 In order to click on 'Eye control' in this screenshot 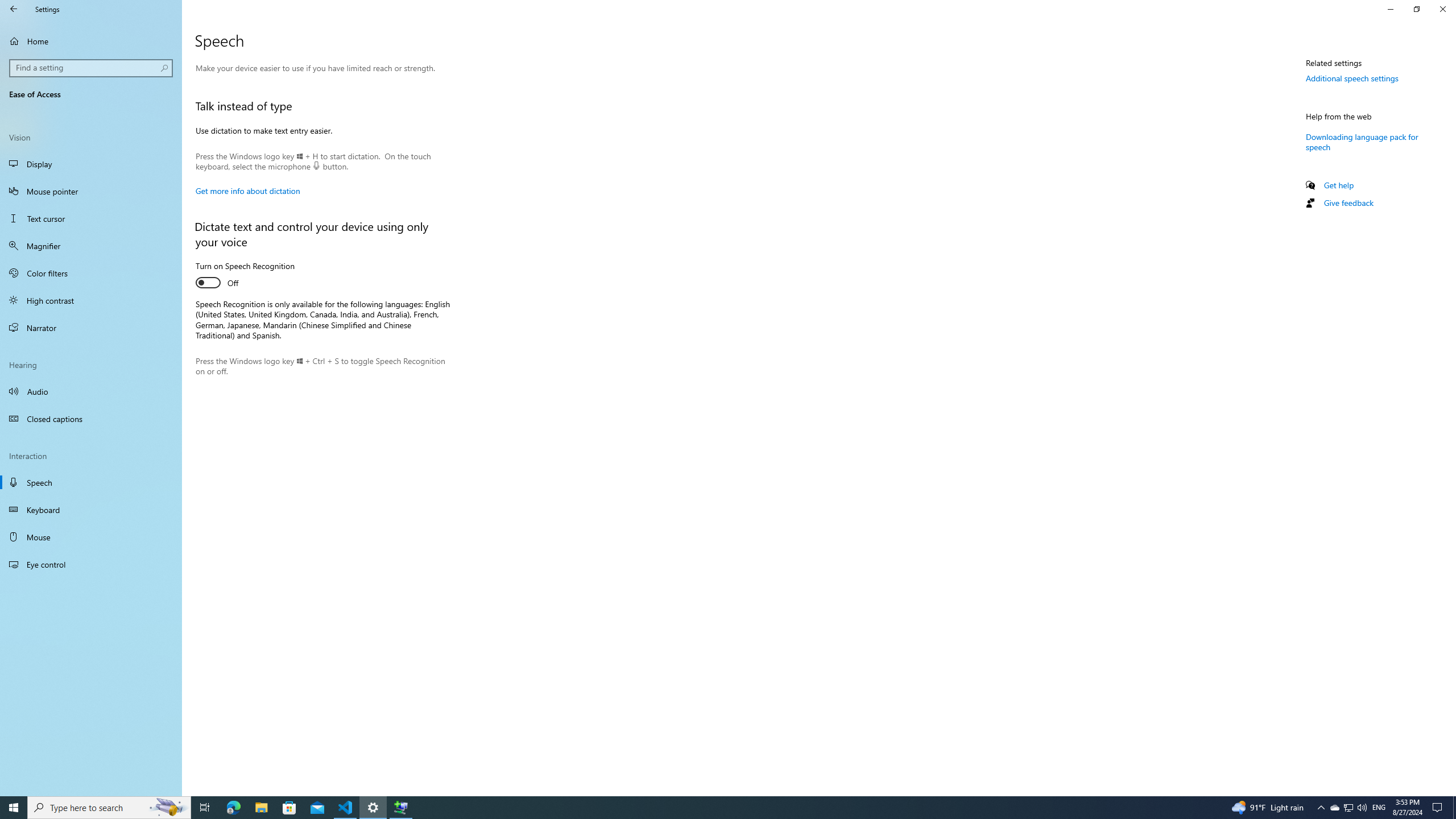, I will do `click(90, 564)`.